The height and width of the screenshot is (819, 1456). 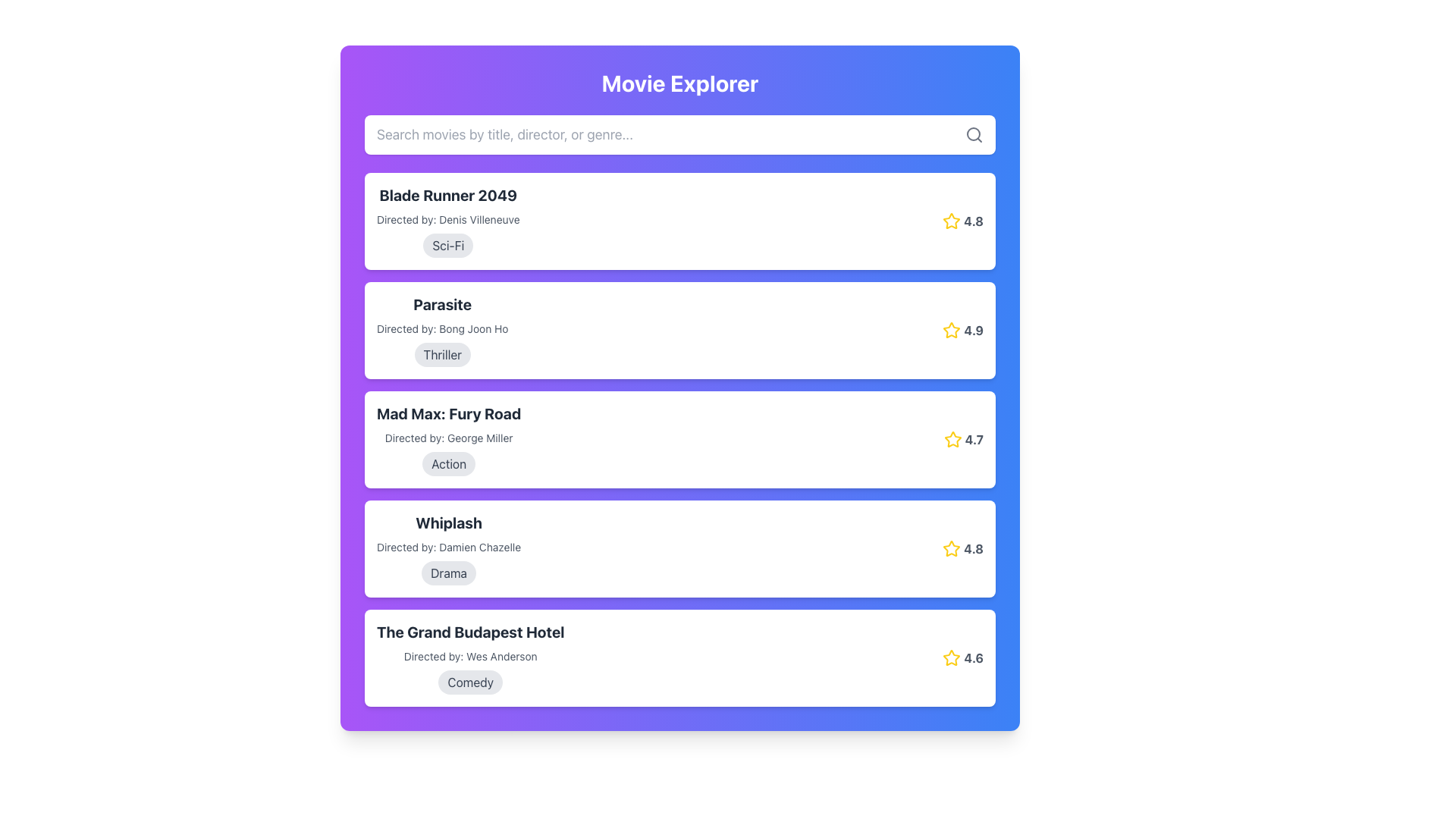 What do you see at coordinates (441, 354) in the screenshot?
I see `the 'Thriller' genre tag text label located in the 'Parasite' movie card, which is the second card in the movie list` at bounding box center [441, 354].